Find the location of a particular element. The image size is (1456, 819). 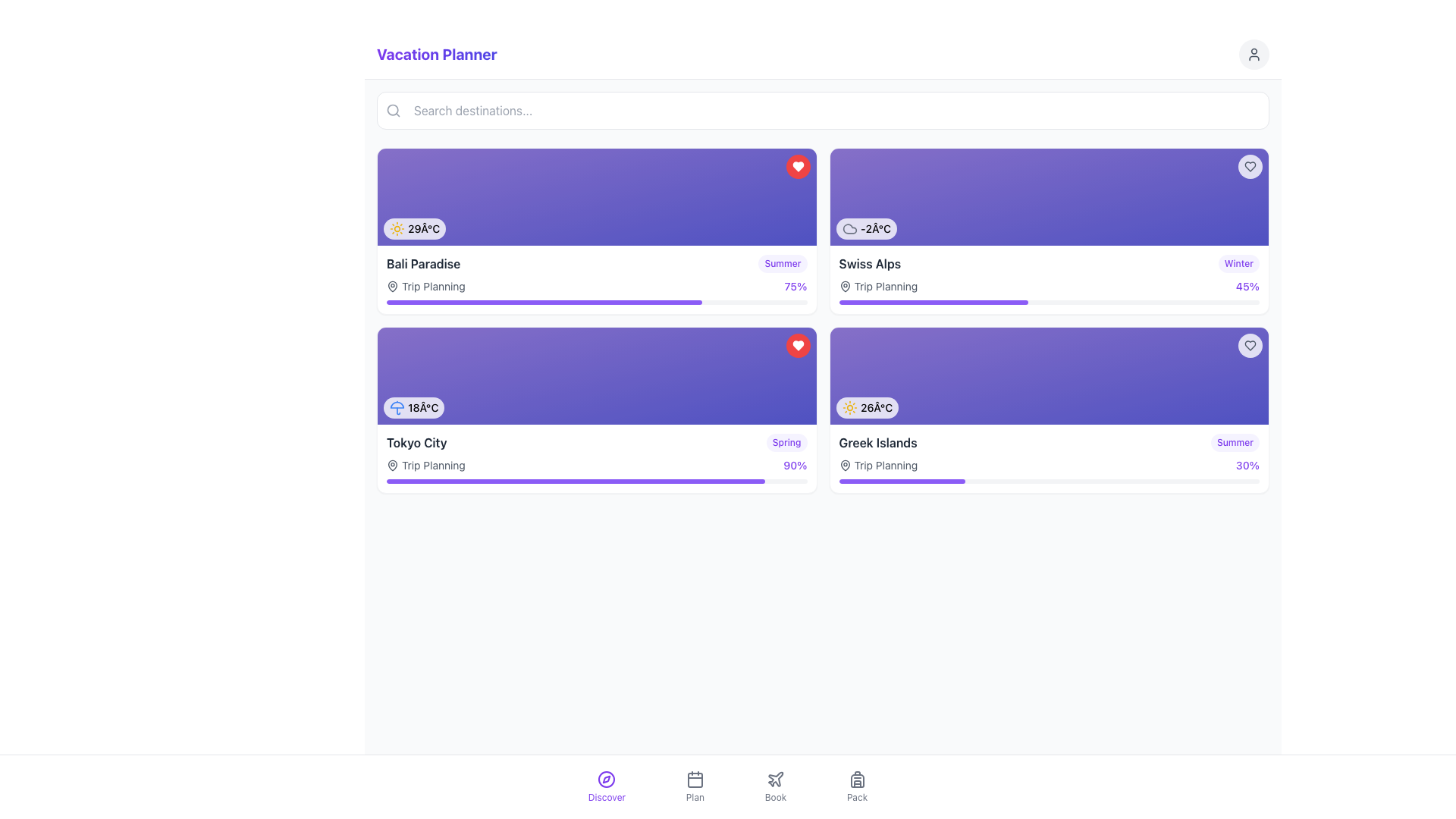

the Information card for the Swiss Alps, which displays weather details and is positioned in the top-right corner of the grid is located at coordinates (1048, 231).